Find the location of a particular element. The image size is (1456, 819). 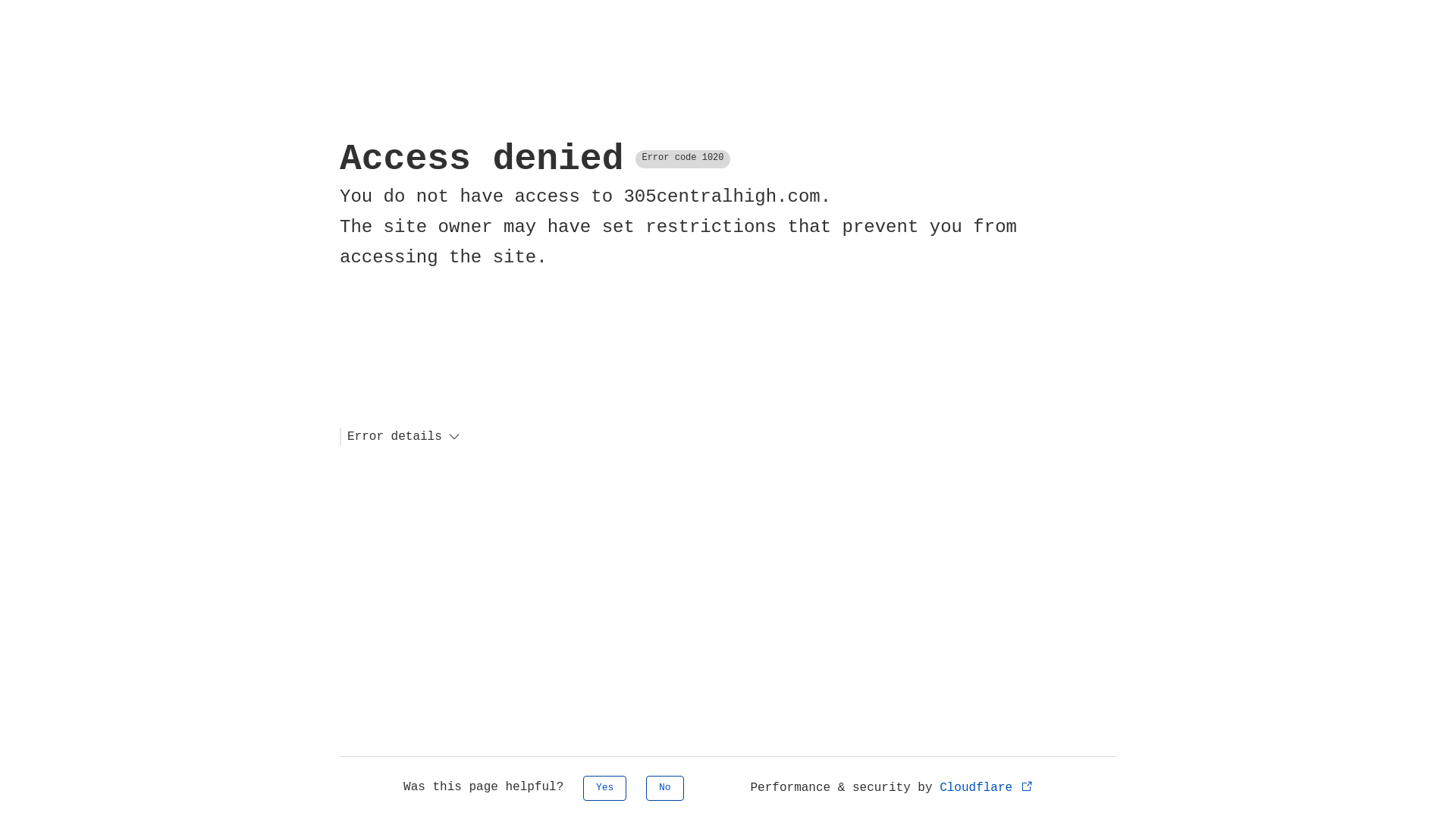

'No' is located at coordinates (665, 787).